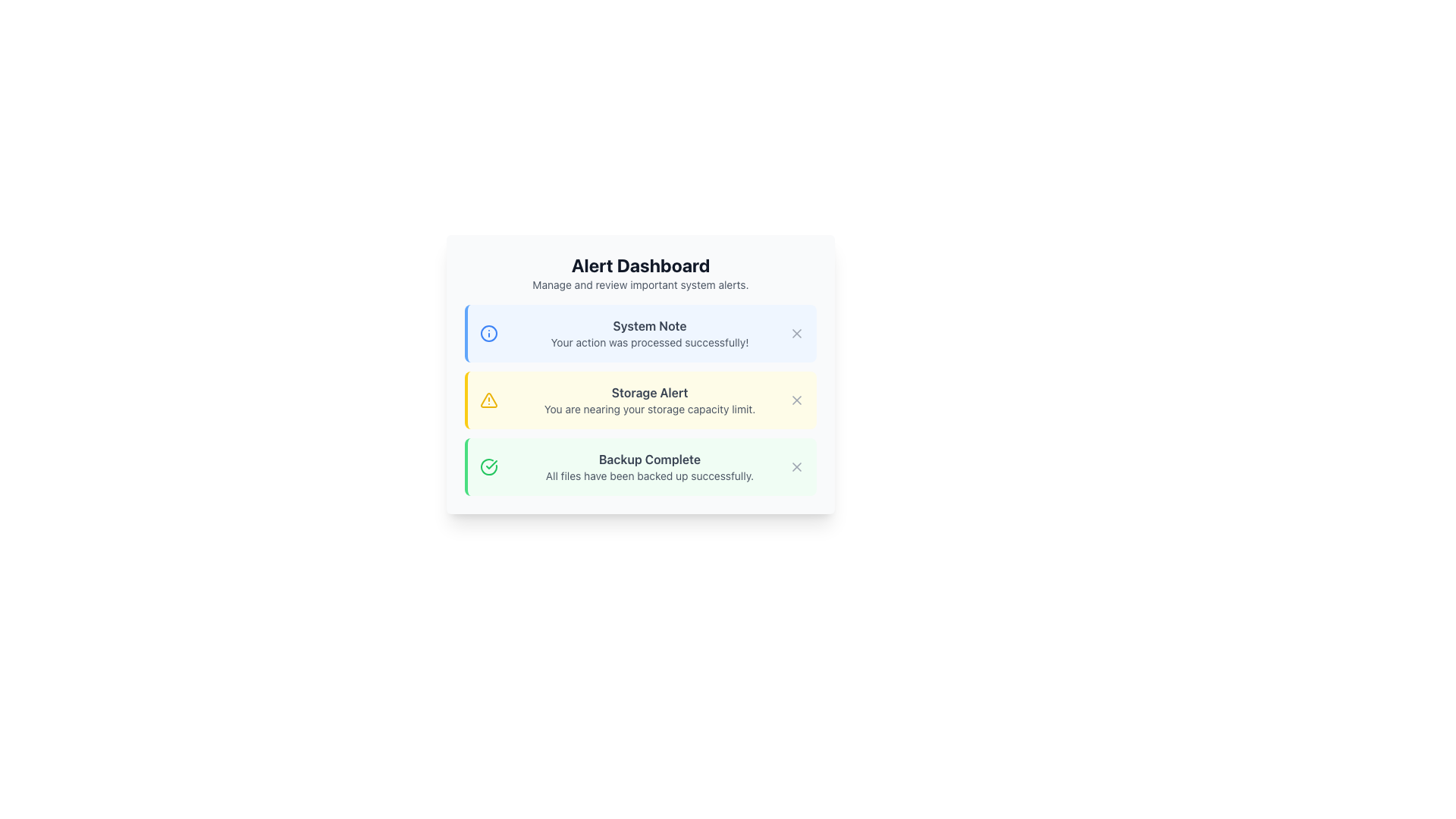  I want to click on text from the Text Block located at the upper portion of a rounded, shadowed card with a gray background, which serves as a title and brief description for the card, so click(640, 271).